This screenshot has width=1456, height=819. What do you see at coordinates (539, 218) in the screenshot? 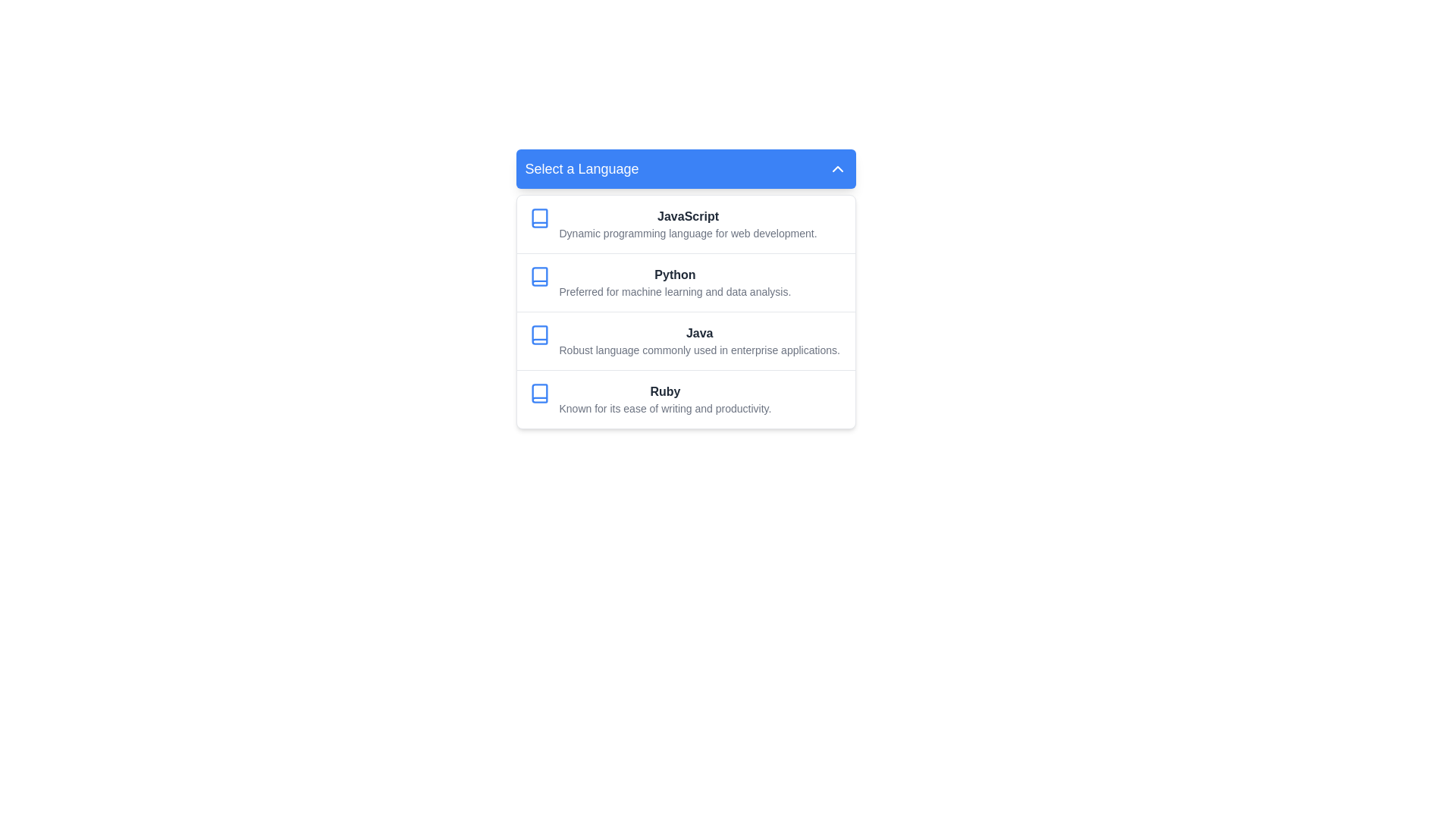
I see `the book icon, which features a stylized outline with a blue hue, located next to 'JavaScript' under the 'Select a Language' dropdown` at bounding box center [539, 218].